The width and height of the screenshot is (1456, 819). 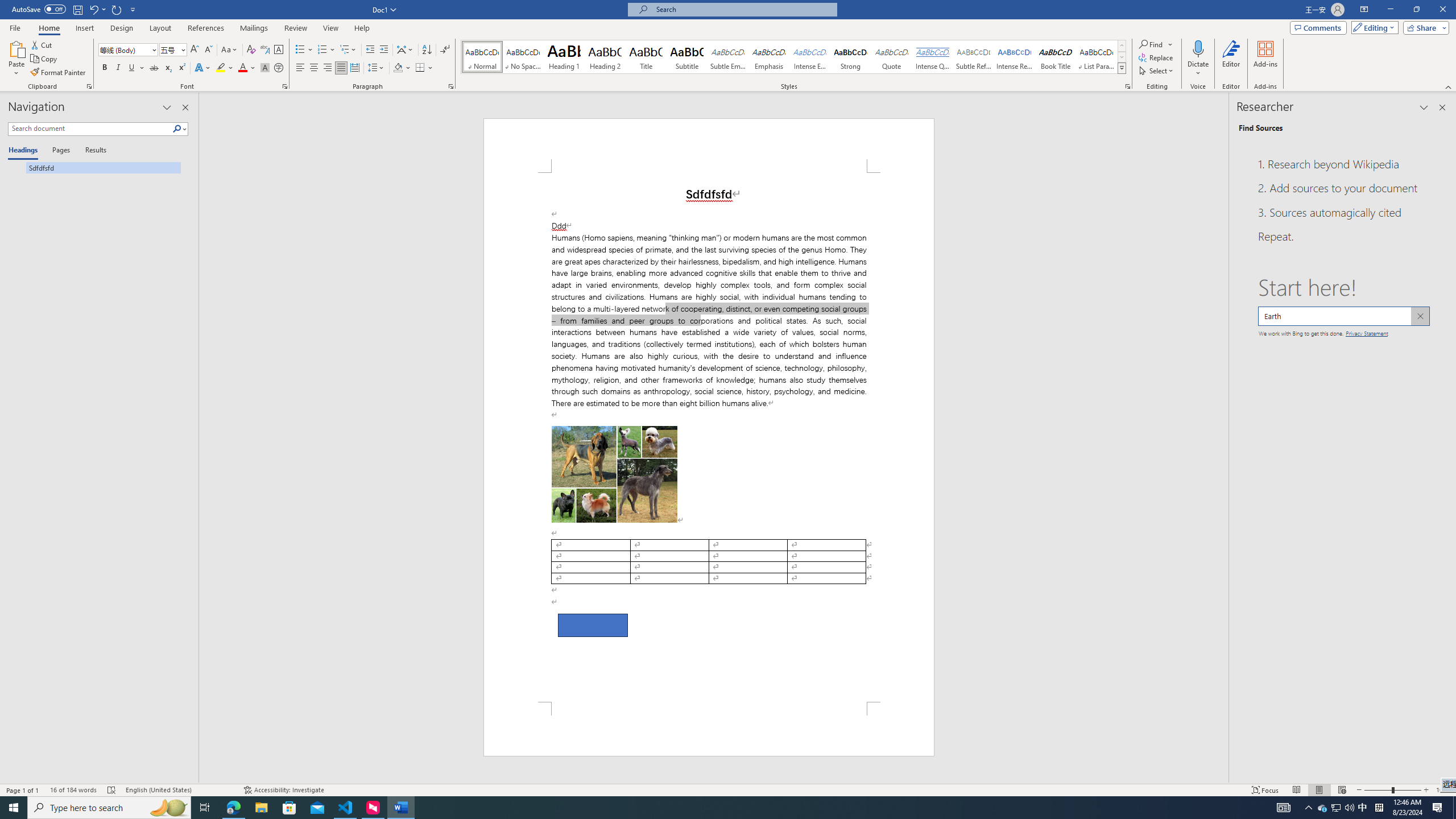 What do you see at coordinates (793, 56) in the screenshot?
I see `'AutomationID: QuickStylesGallery'` at bounding box center [793, 56].